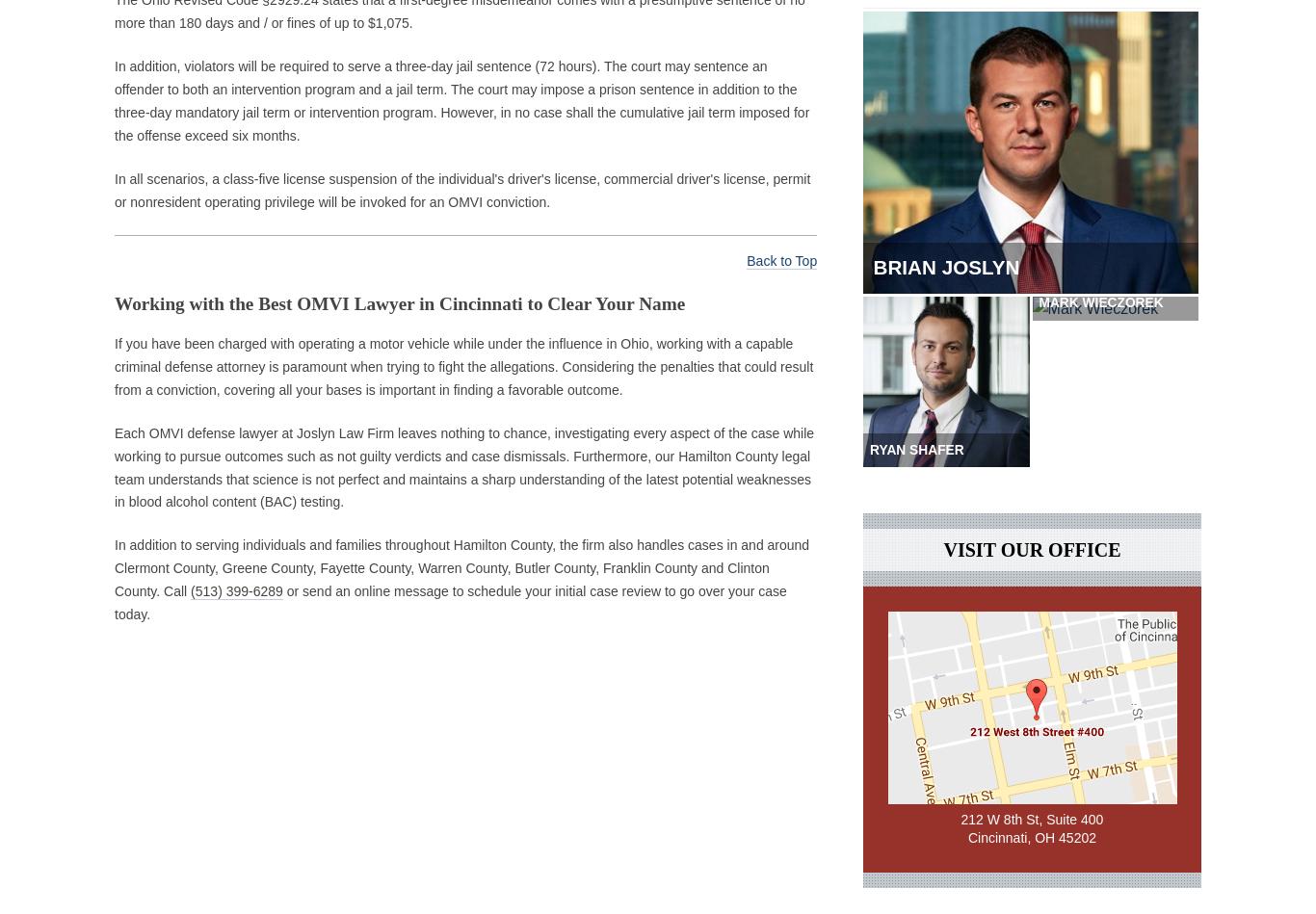  I want to click on 'Brian Joslyn', so click(959, 272).